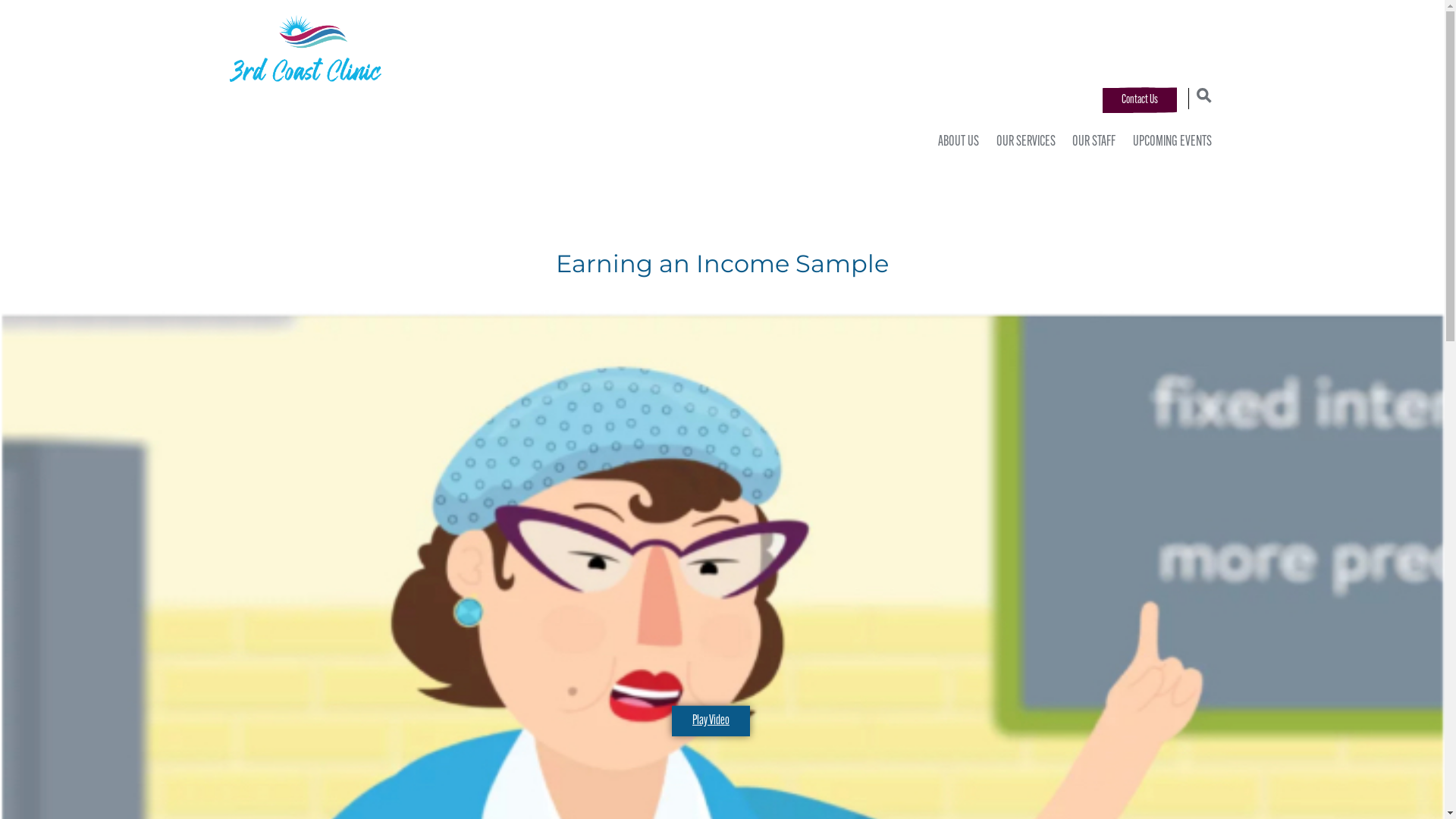  What do you see at coordinates (954, 143) in the screenshot?
I see `'ABOUT US'` at bounding box center [954, 143].